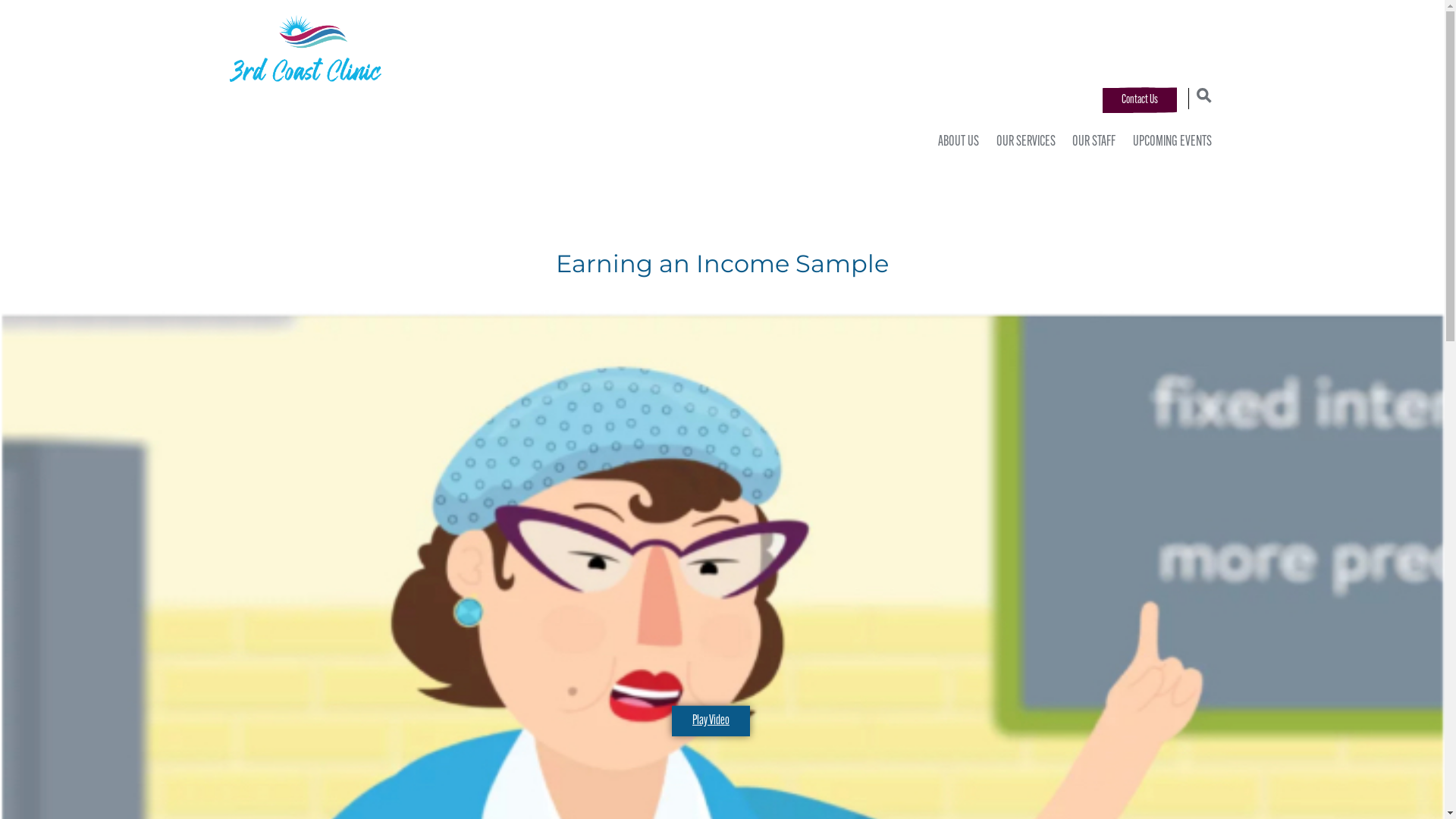  What do you see at coordinates (954, 143) in the screenshot?
I see `'ABOUT US'` at bounding box center [954, 143].